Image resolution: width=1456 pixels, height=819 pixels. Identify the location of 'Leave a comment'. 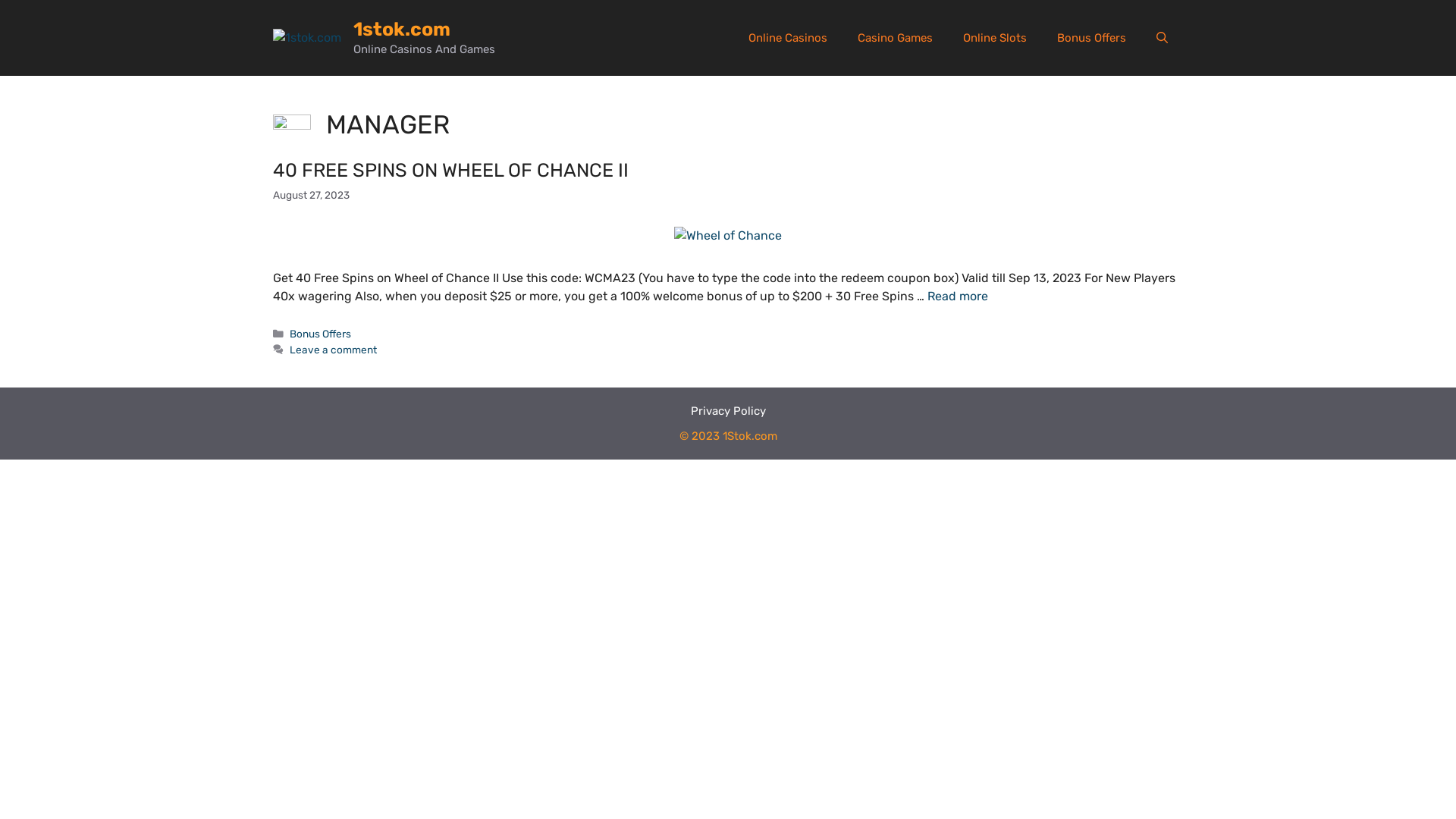
(290, 350).